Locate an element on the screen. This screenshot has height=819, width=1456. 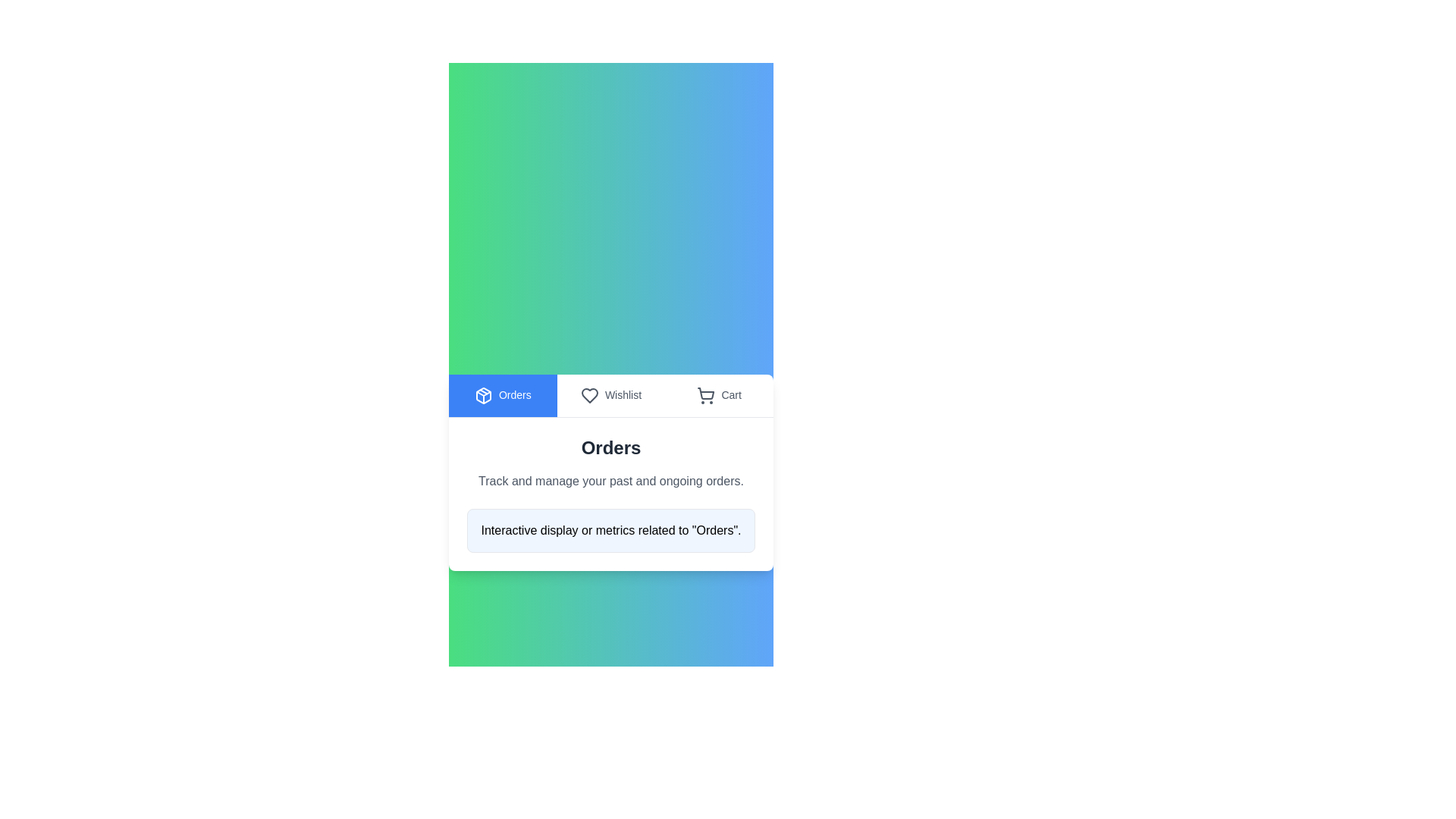
the Wishlist tab by clicking on it is located at coordinates (611, 394).